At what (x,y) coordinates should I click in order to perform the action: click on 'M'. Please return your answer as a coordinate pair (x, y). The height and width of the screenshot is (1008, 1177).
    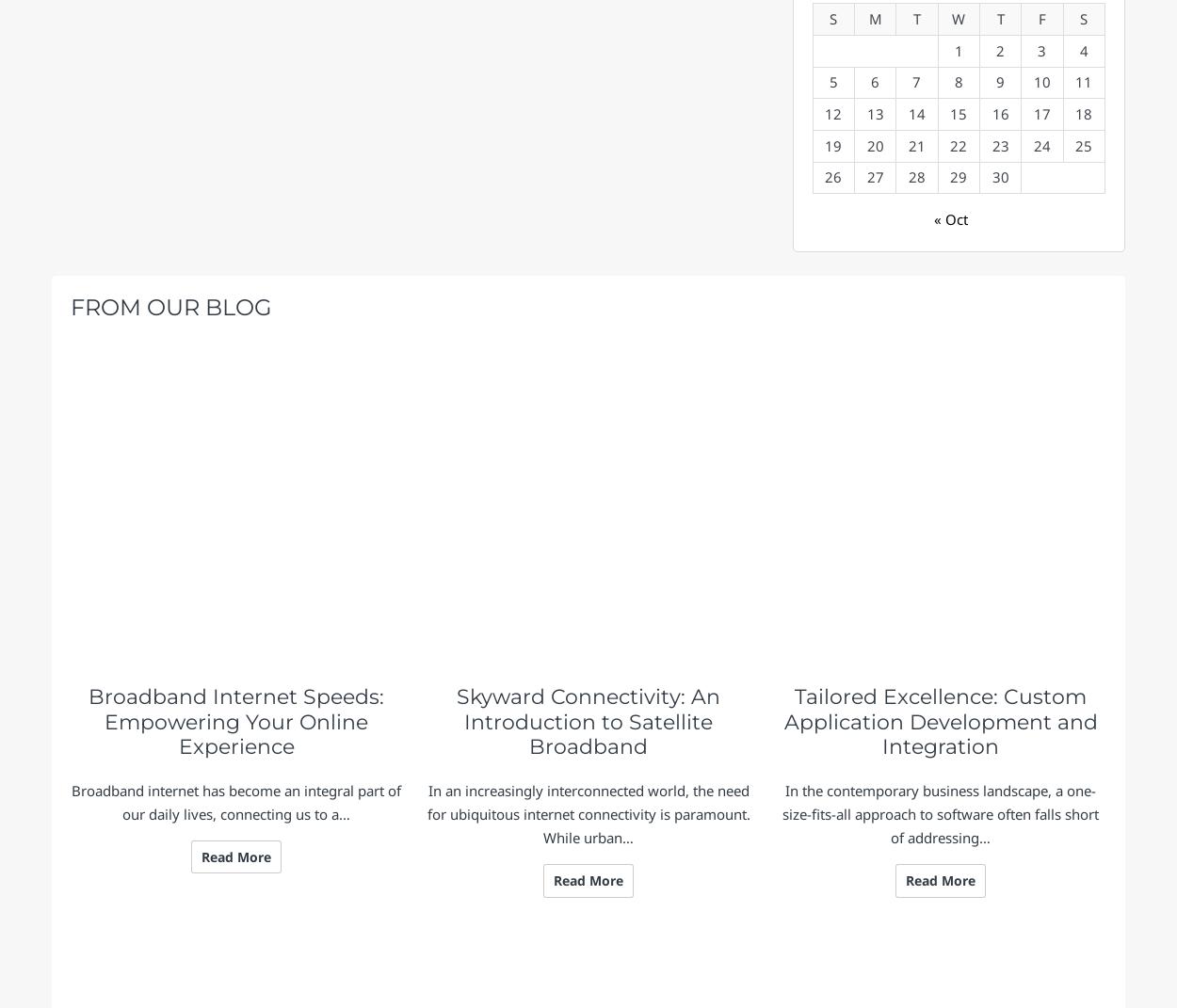
    Looking at the image, I should click on (875, 18).